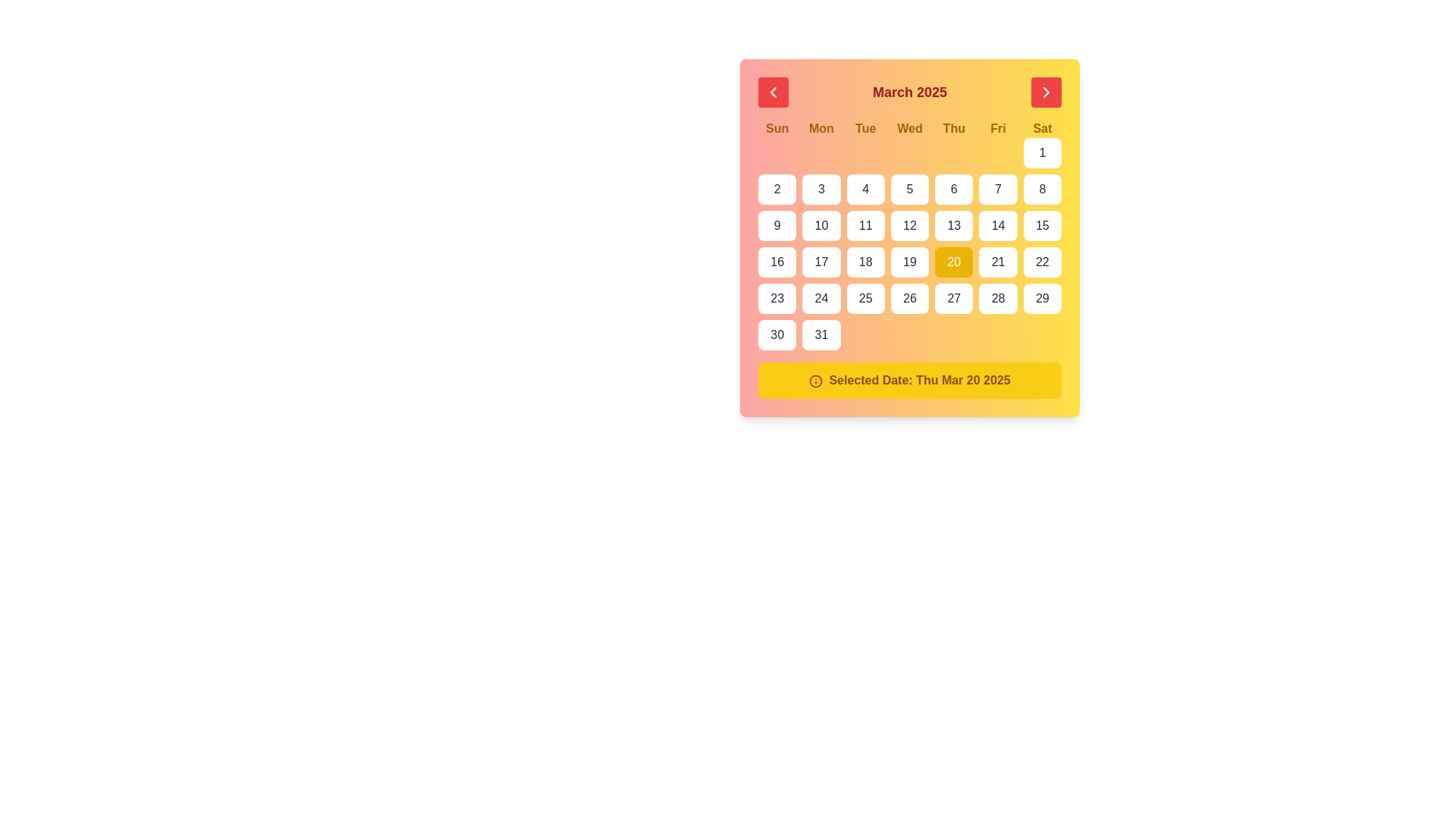 The height and width of the screenshot is (819, 1456). Describe the element at coordinates (910, 225) in the screenshot. I see `the square button with rounded corners labeled '12' that is the fifth element in the third row of the grid within the calendar view` at that location.